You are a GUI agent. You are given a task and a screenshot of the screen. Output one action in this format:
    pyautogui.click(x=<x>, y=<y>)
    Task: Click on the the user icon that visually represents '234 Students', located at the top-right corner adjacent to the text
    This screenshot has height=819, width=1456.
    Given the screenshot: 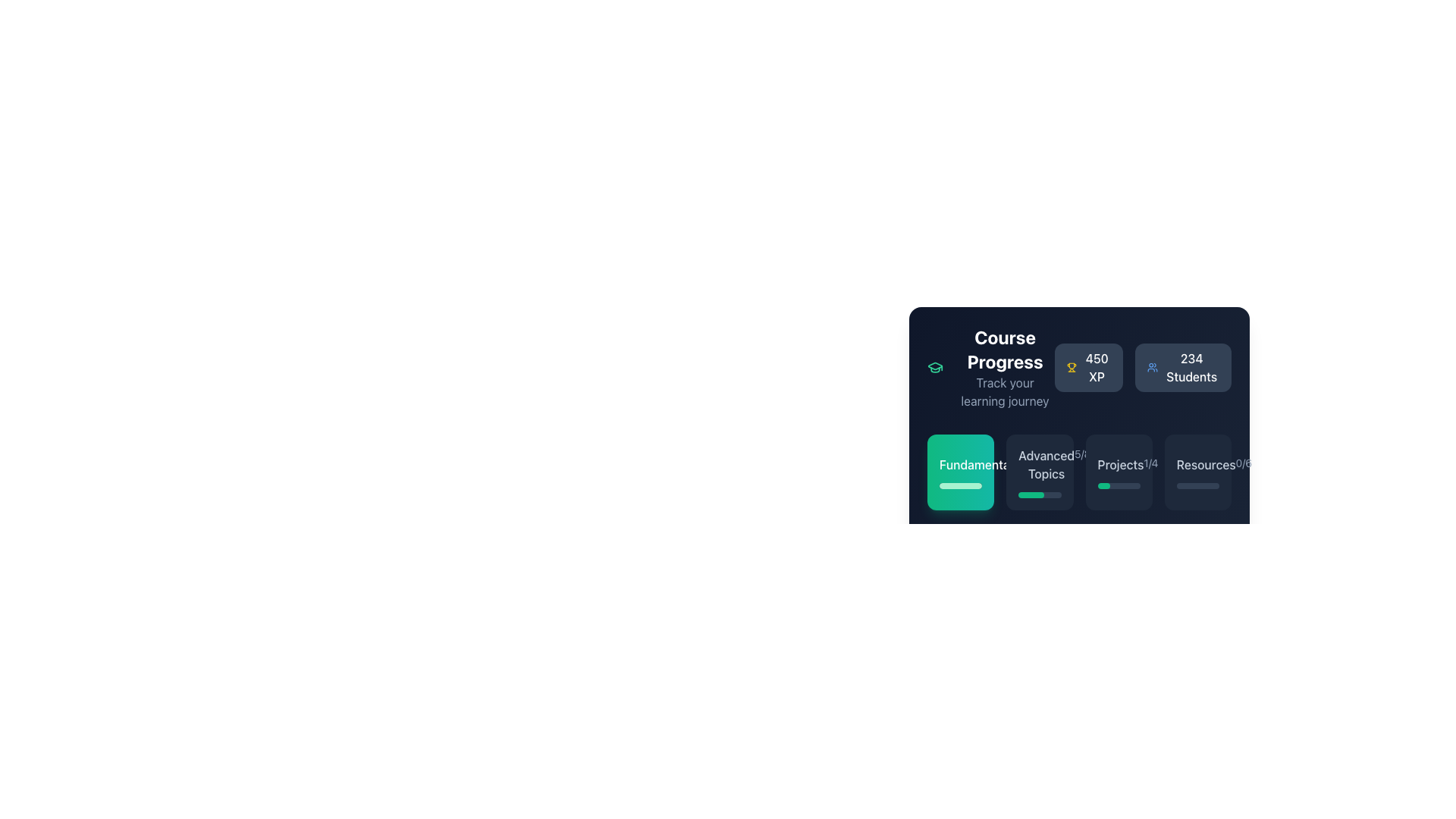 What is the action you would take?
    pyautogui.click(x=1153, y=368)
    